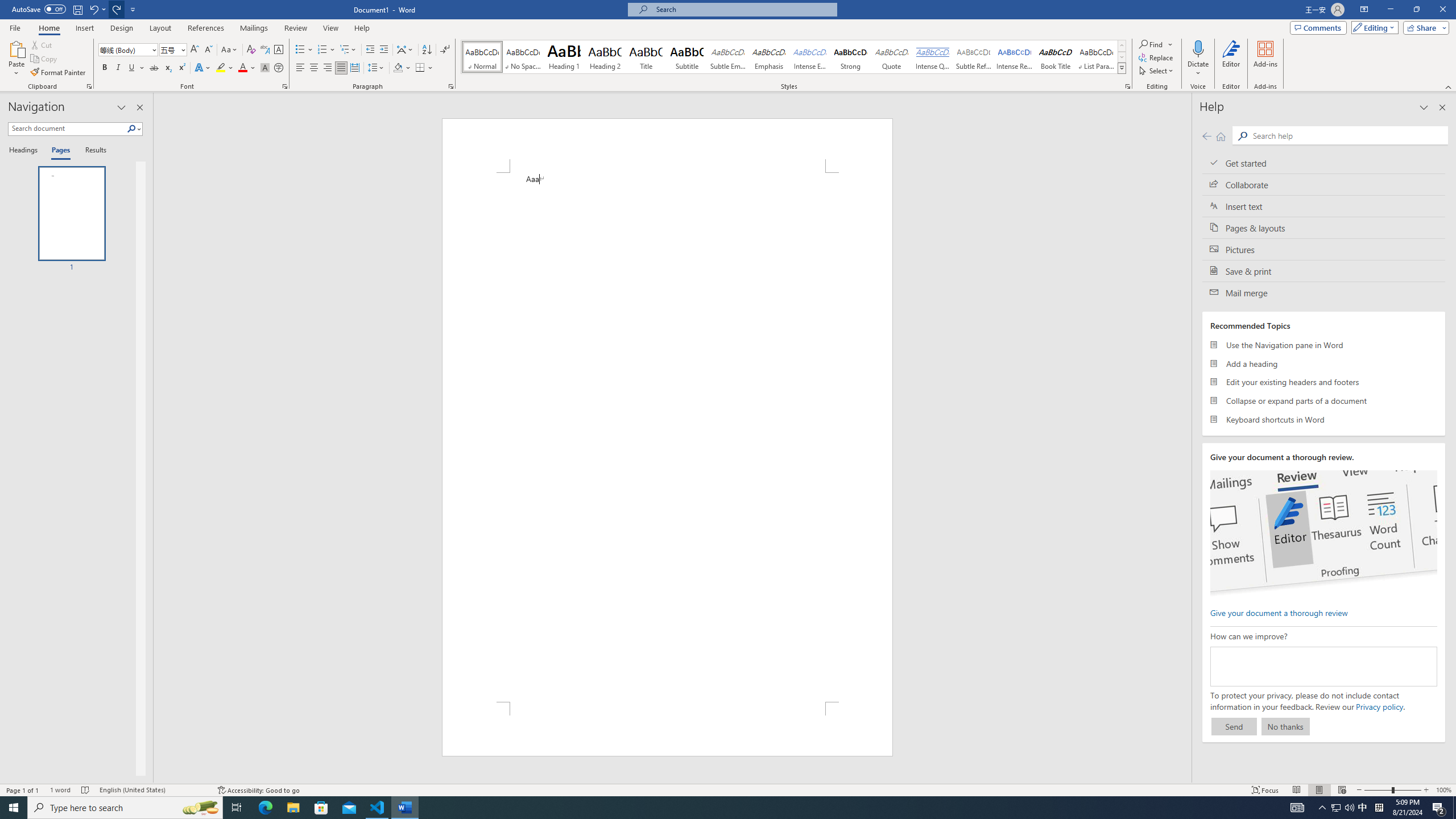  I want to click on 'Mailings', so click(253, 28).